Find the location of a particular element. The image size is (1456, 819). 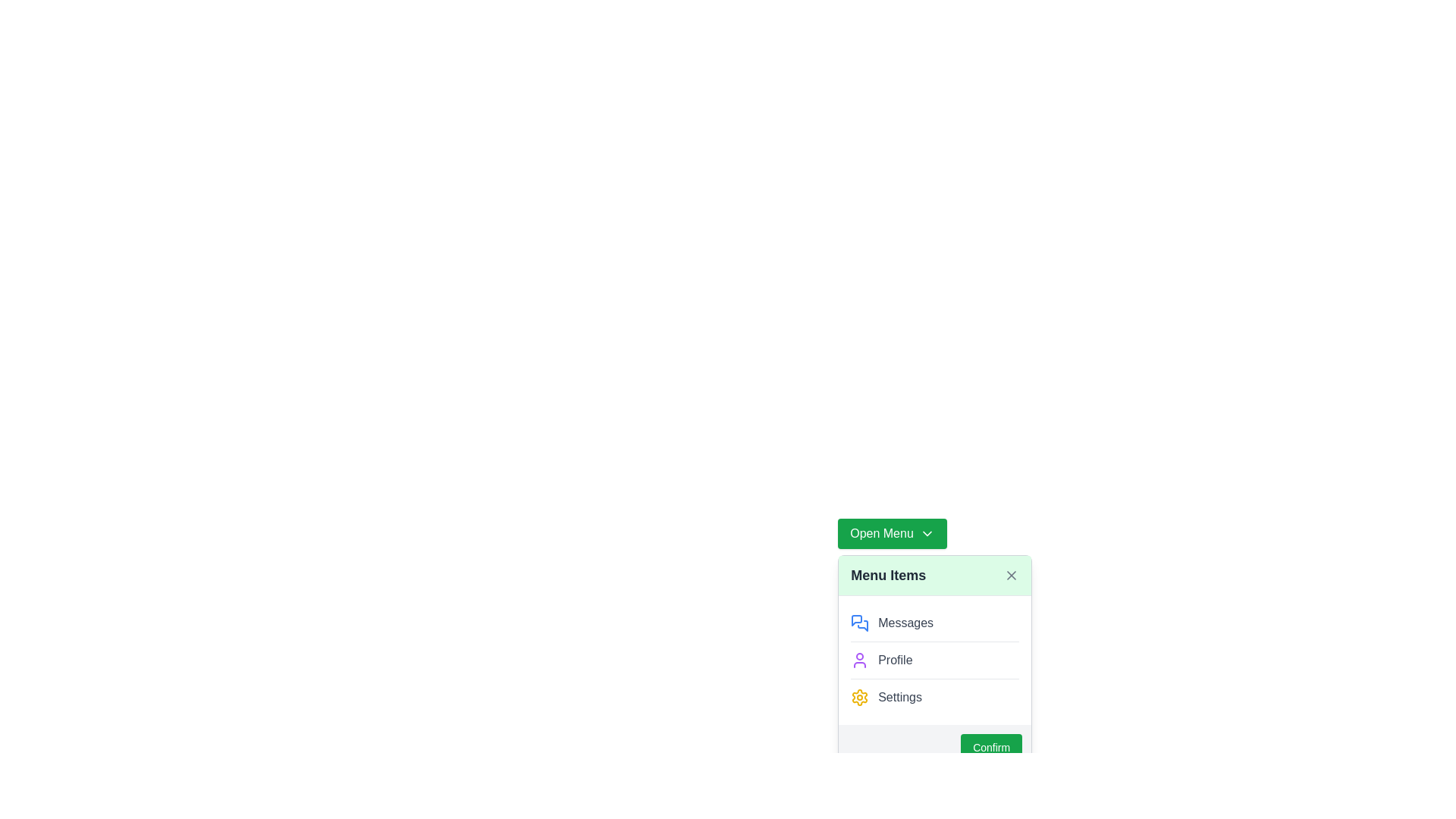

the 'X' shaped close icon located in the top right corner of the 'Menu Items' dropdown menu is located at coordinates (1012, 576).